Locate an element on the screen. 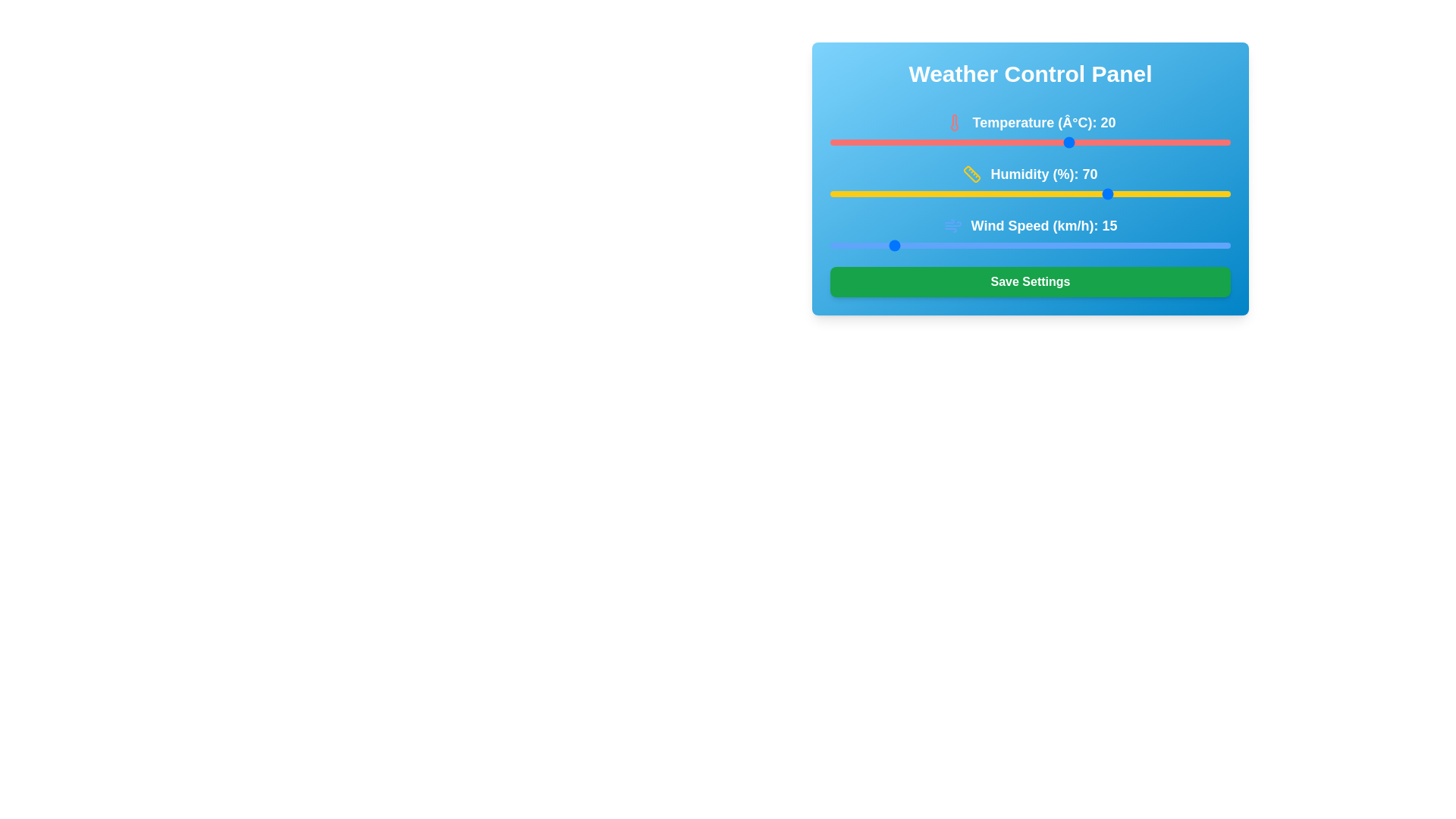 The image size is (1456, 819). the humidity slider is located at coordinates (998, 193).